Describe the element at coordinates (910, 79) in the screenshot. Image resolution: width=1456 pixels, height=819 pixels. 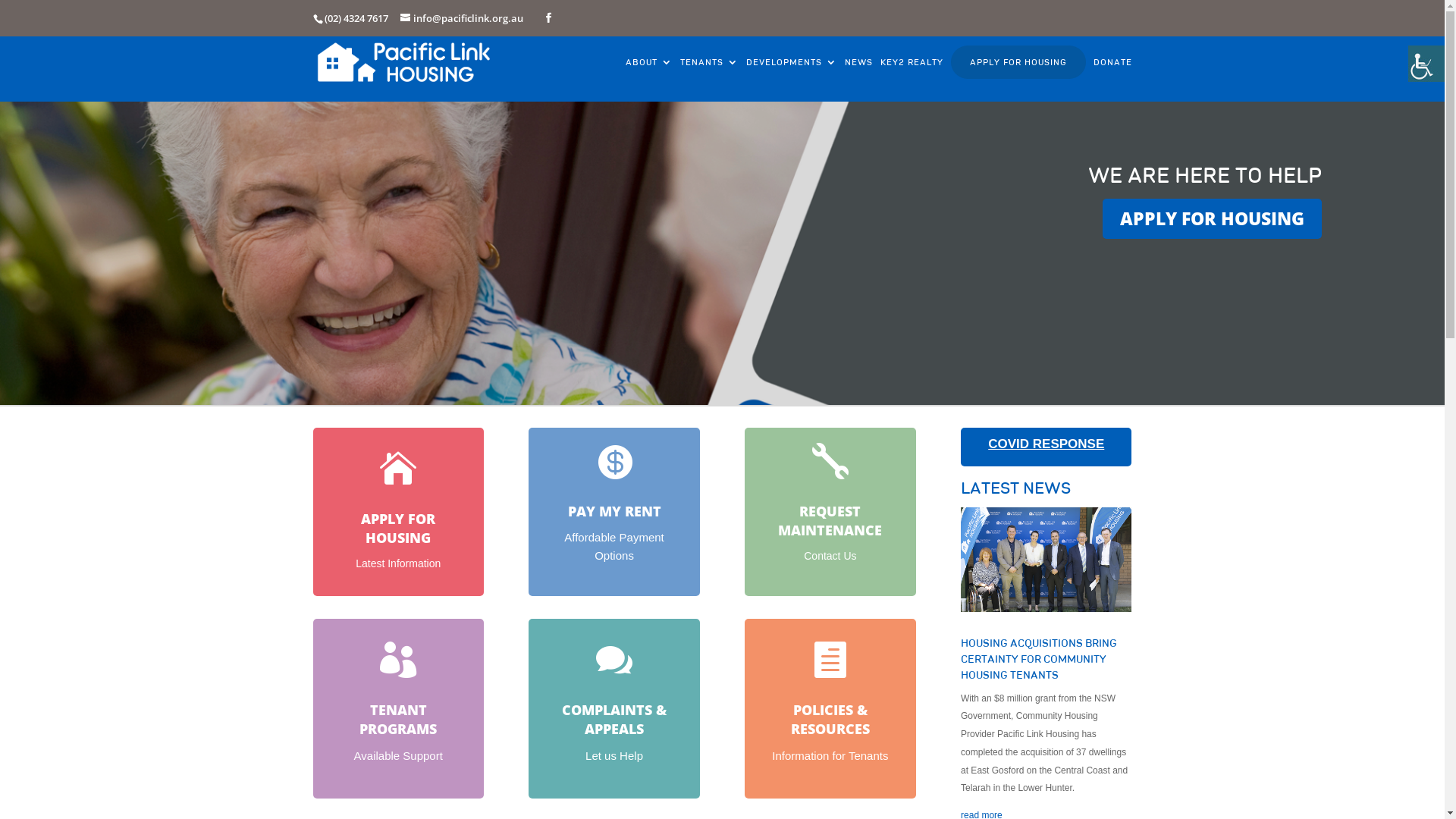
I see `'KEY2 REALTY'` at that location.